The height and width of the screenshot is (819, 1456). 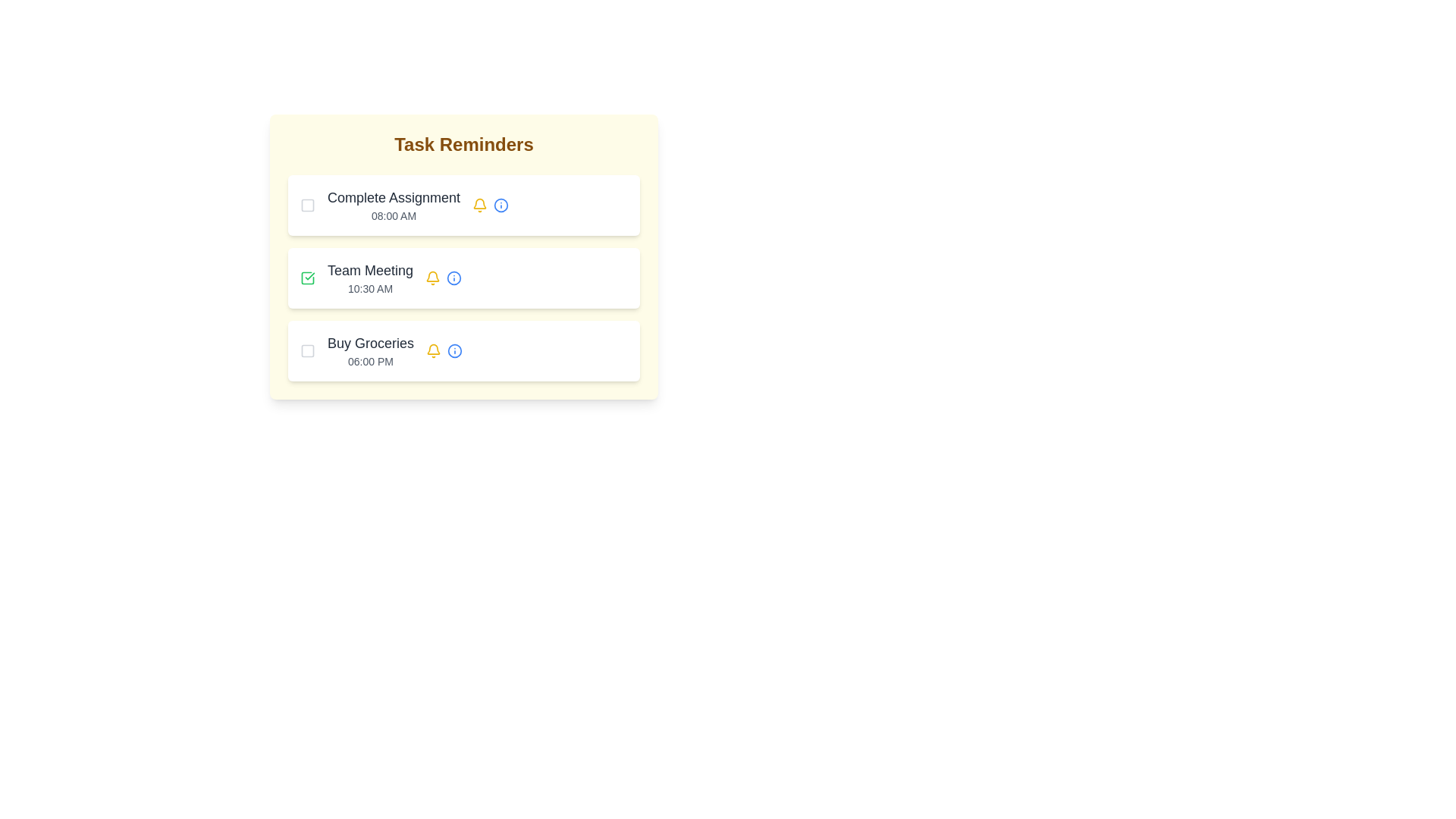 What do you see at coordinates (370, 289) in the screenshot?
I see `the time label reading '10:30 AM', which is styled with small gray text and located beneath the 'Team Meeting' title in the reminders list` at bounding box center [370, 289].